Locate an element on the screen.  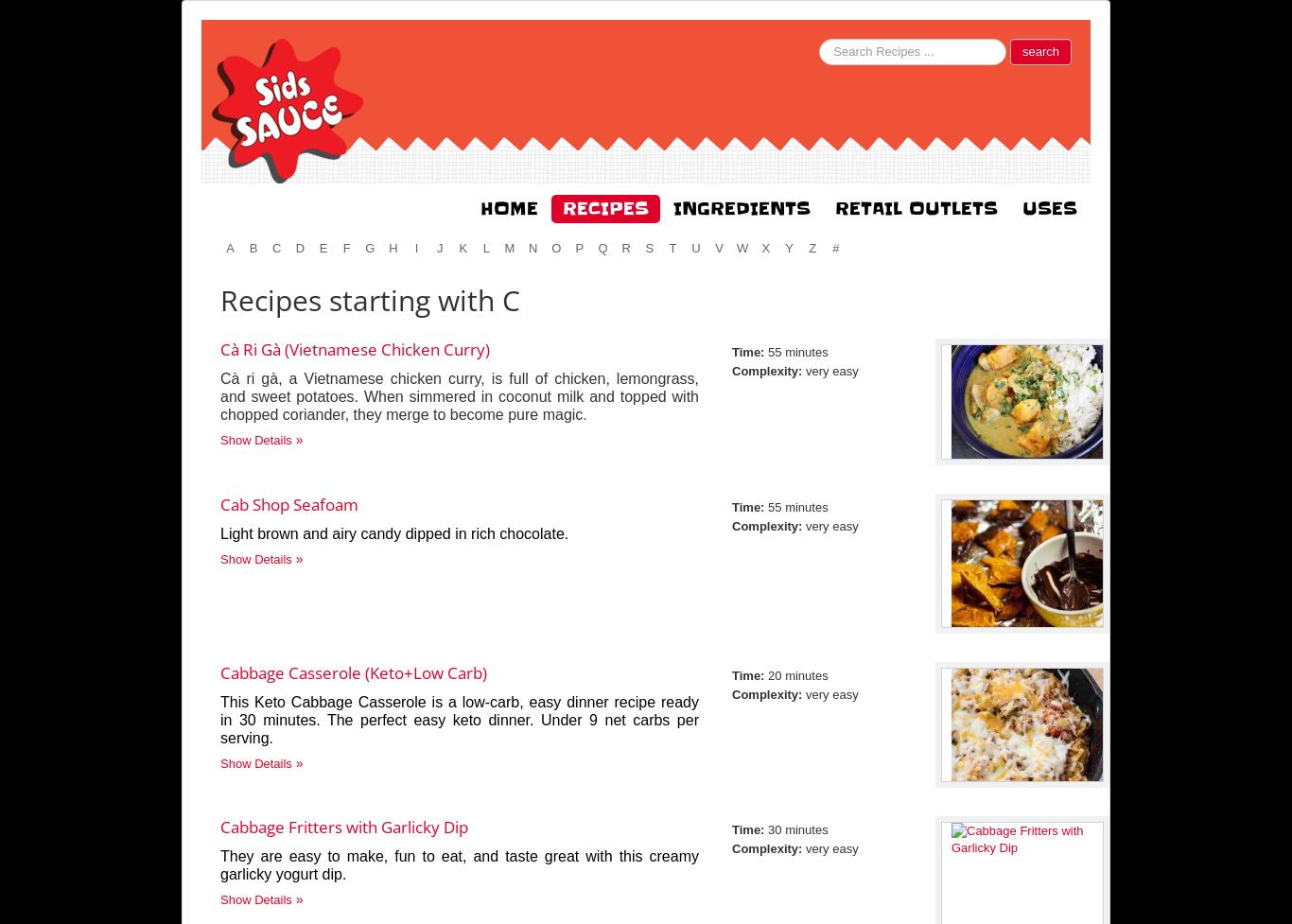
'z' is located at coordinates (811, 247).